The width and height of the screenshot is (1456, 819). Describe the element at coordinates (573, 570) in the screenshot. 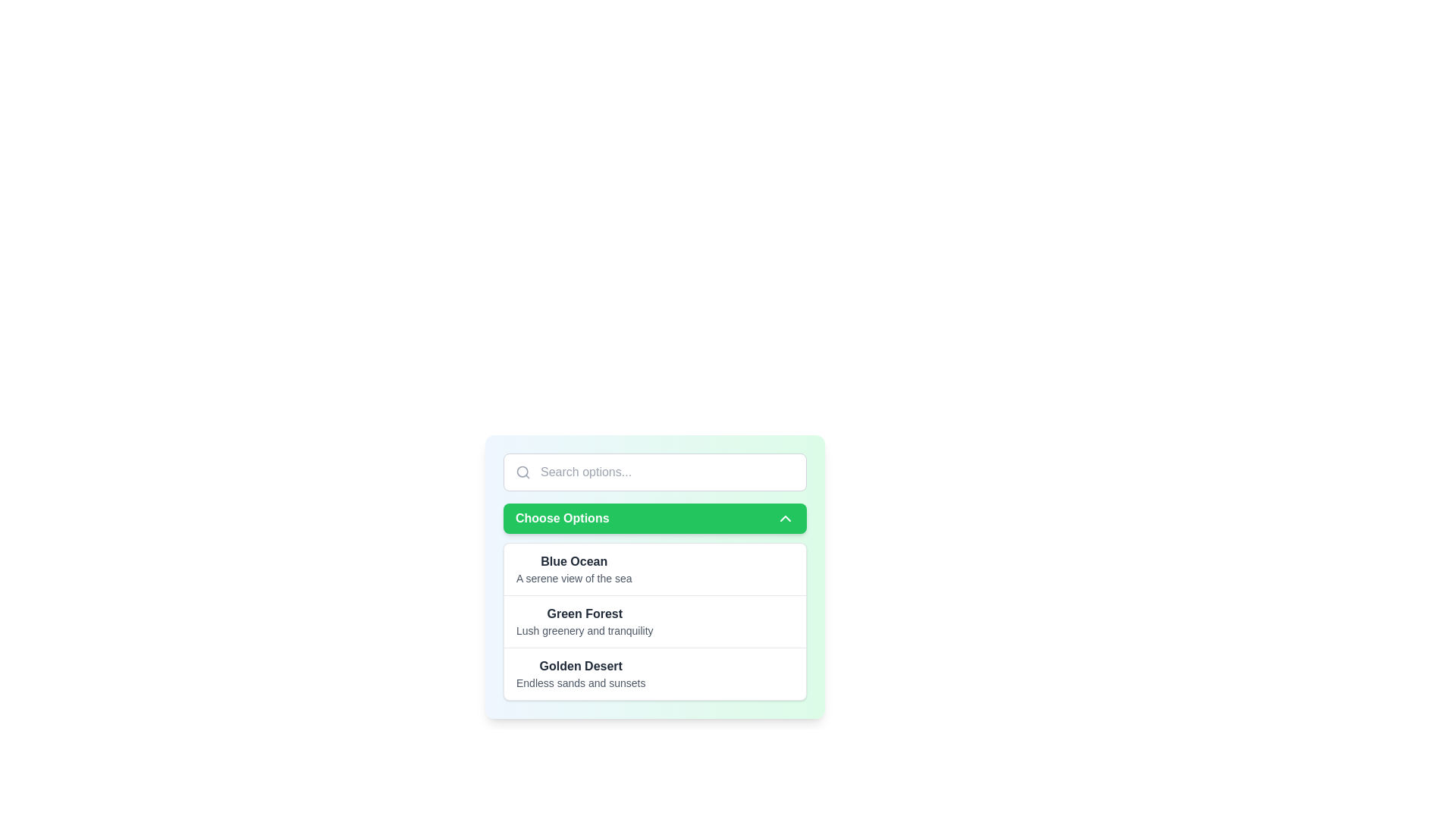

I see `the first item in the dropdown list titled 'Choose Options'` at that location.